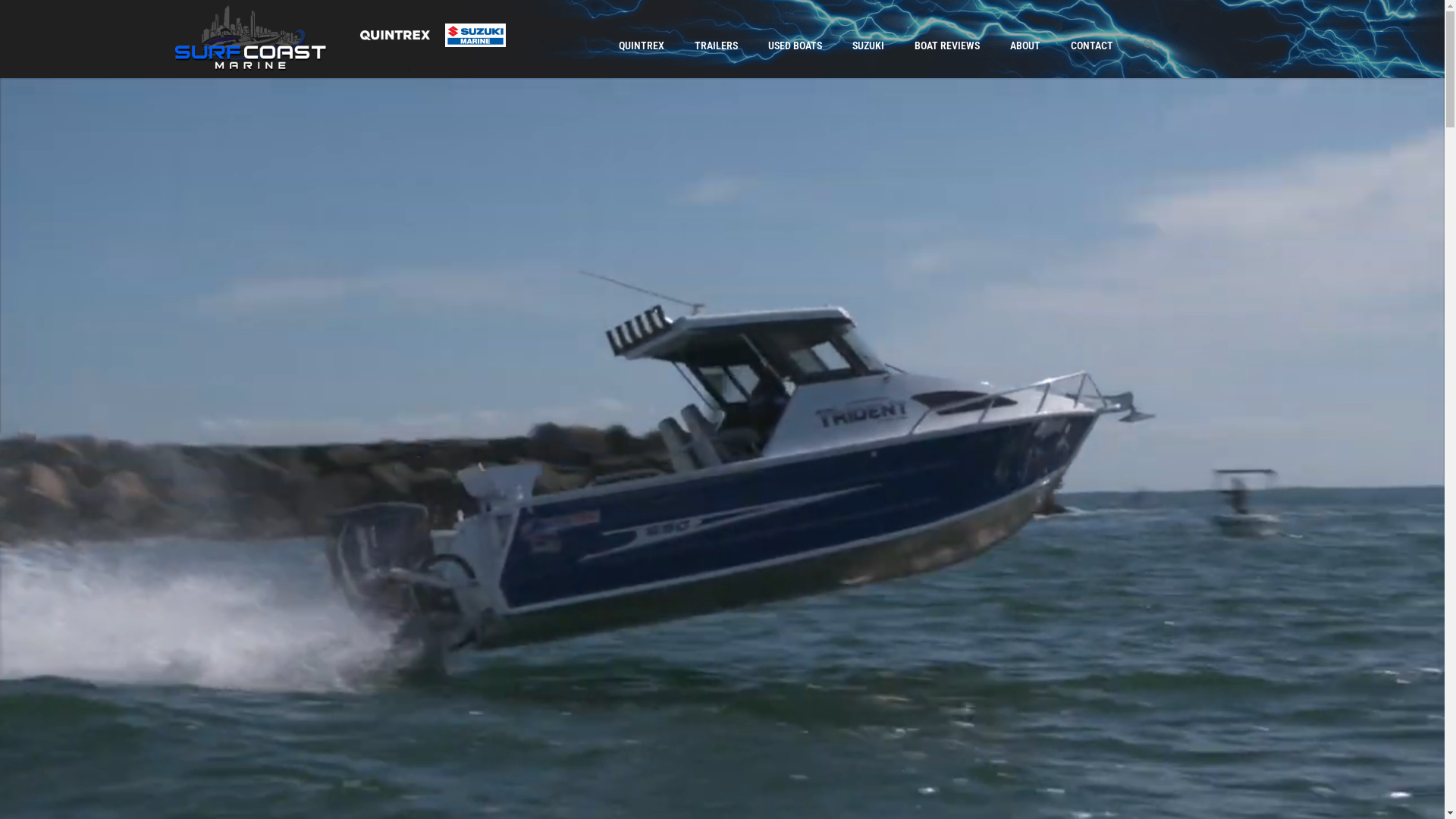  I want to click on 'USED BOATS', so click(753, 45).